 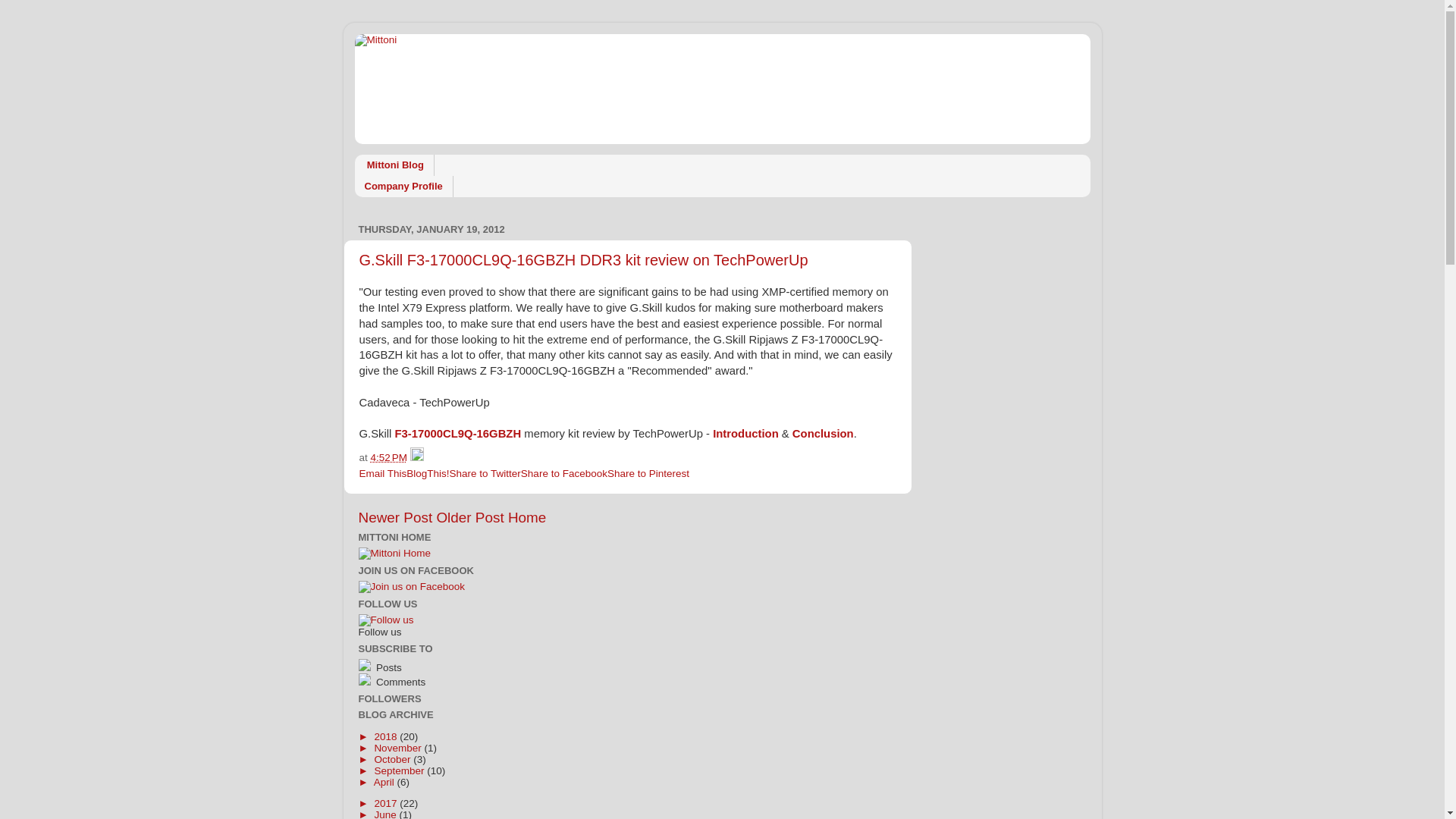 I want to click on 'Company Profile', so click(x=353, y=186).